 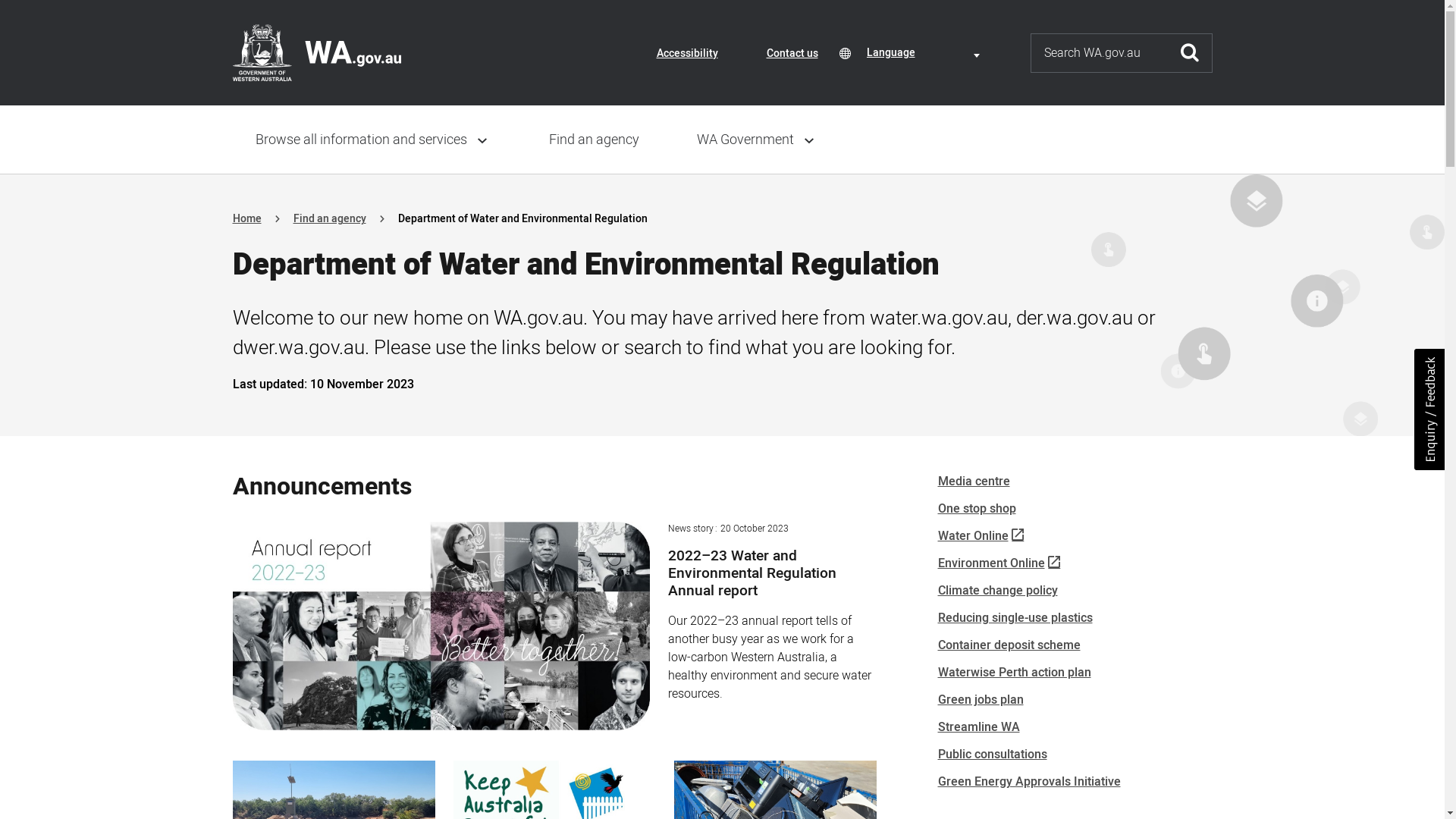 What do you see at coordinates (937, 535) in the screenshot?
I see `'Water Online'` at bounding box center [937, 535].